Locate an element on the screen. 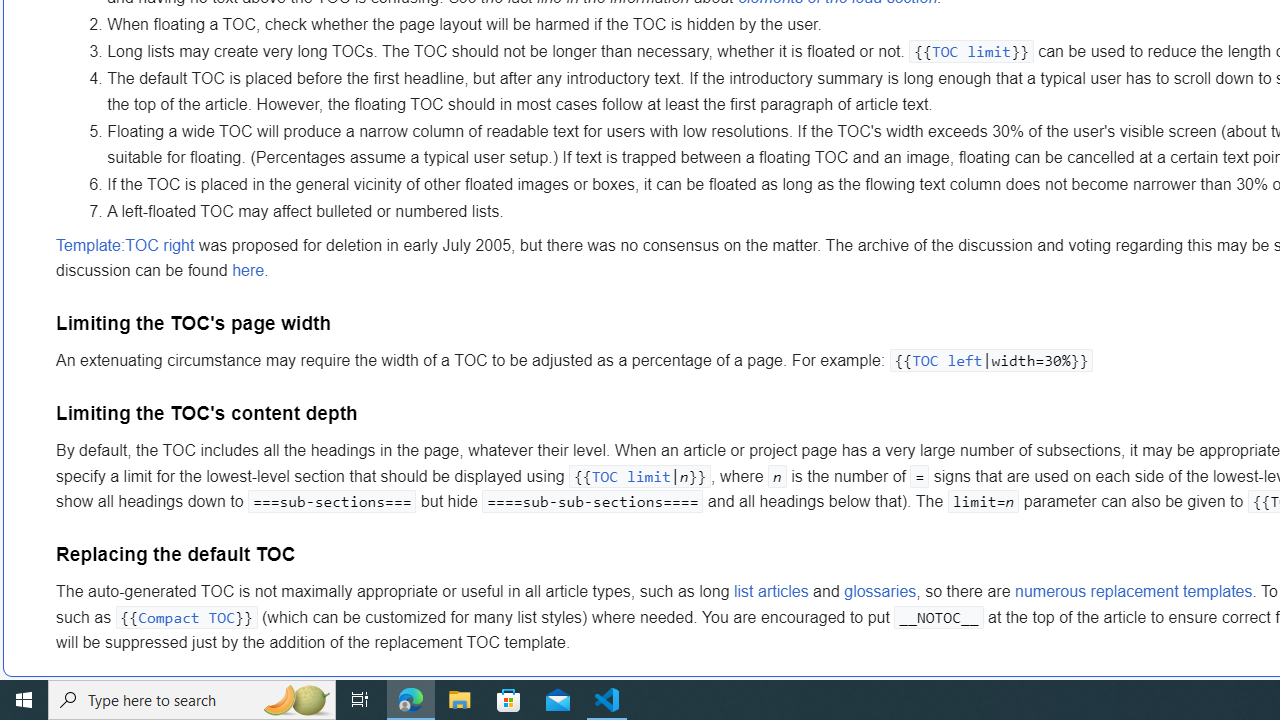  'glossaries' is located at coordinates (880, 591).